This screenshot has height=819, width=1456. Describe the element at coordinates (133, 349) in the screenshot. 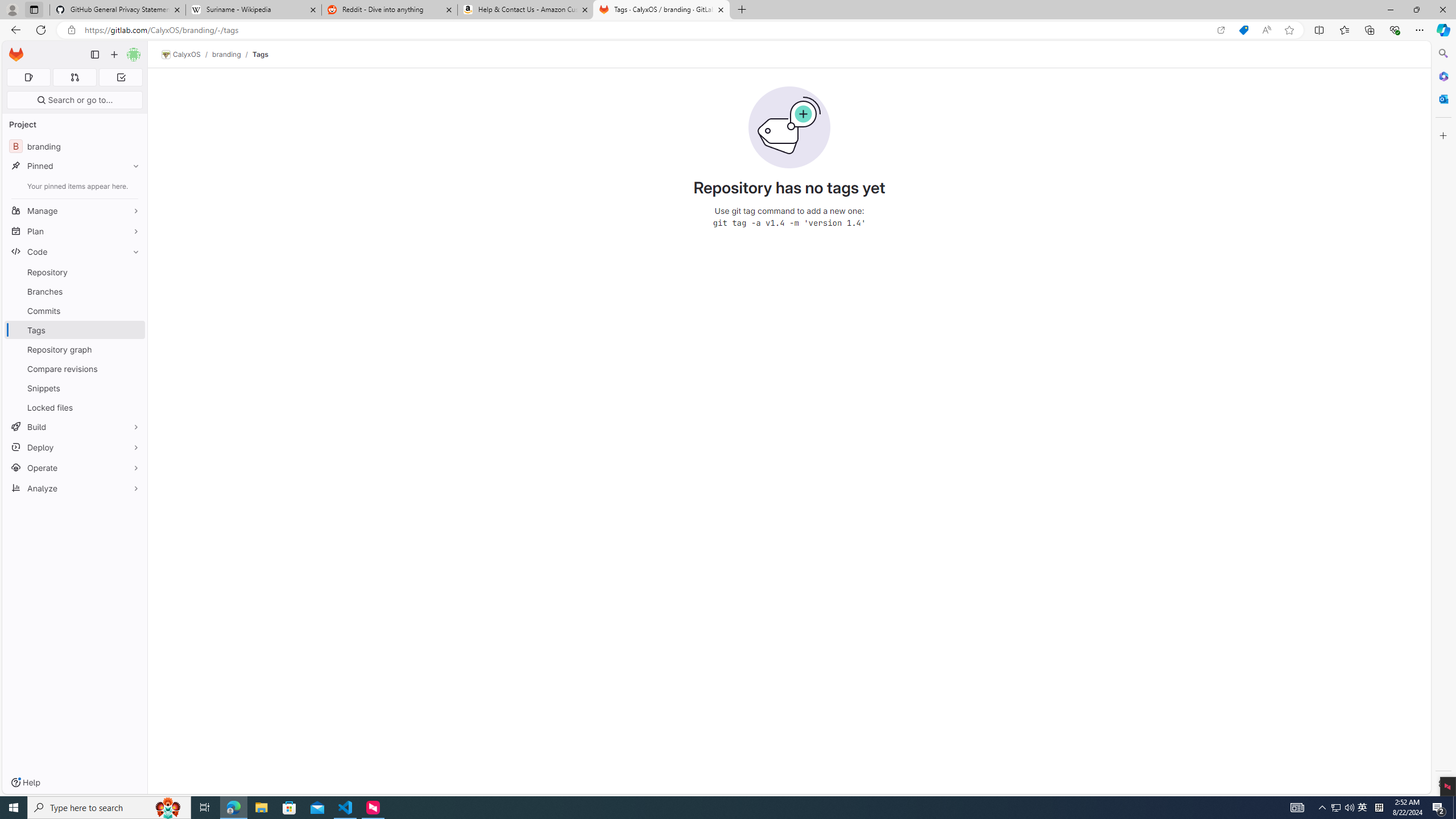

I see `'Pin Repository graph'` at that location.